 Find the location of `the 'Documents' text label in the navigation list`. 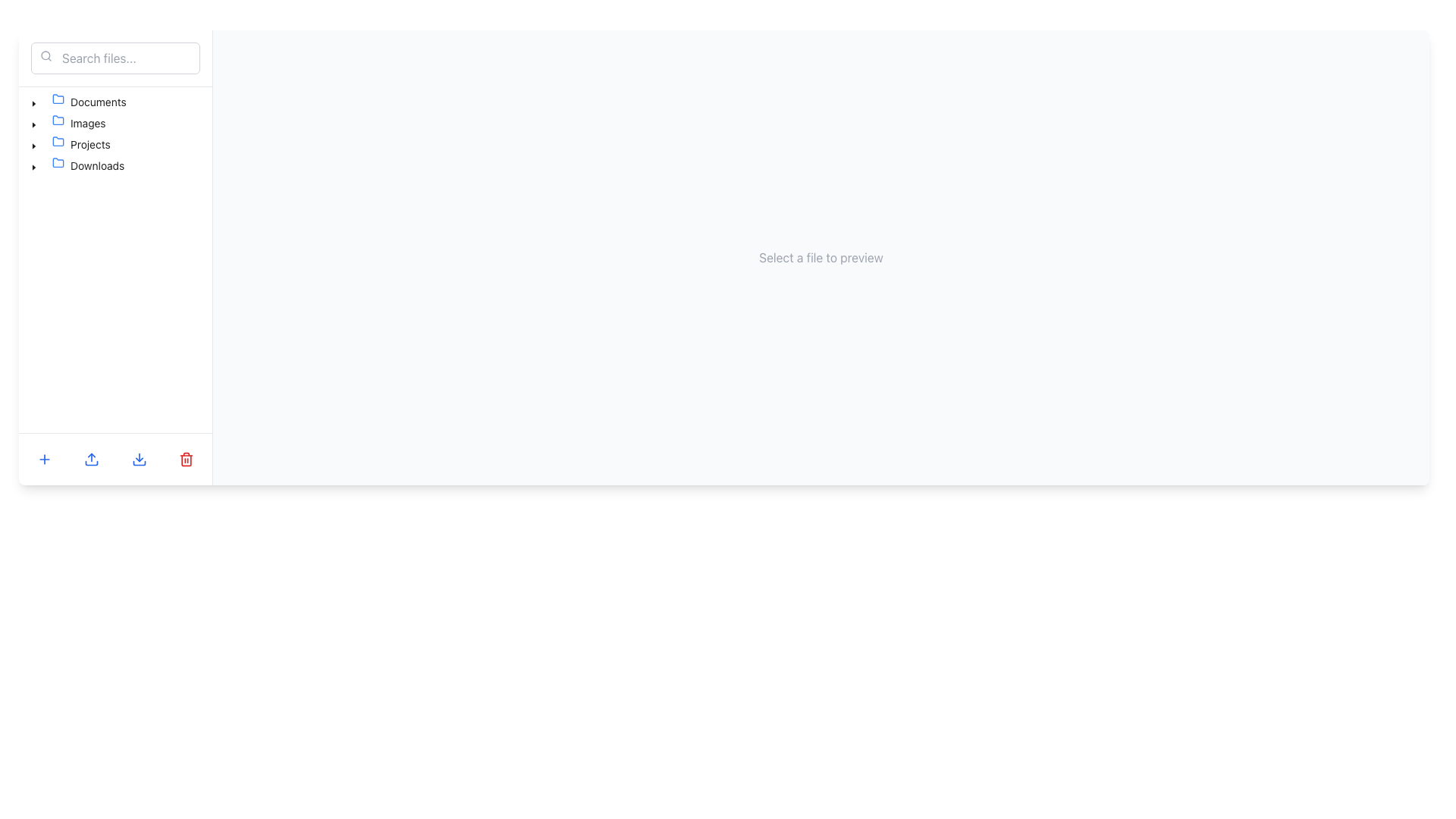

the 'Documents' text label in the navigation list is located at coordinates (97, 102).